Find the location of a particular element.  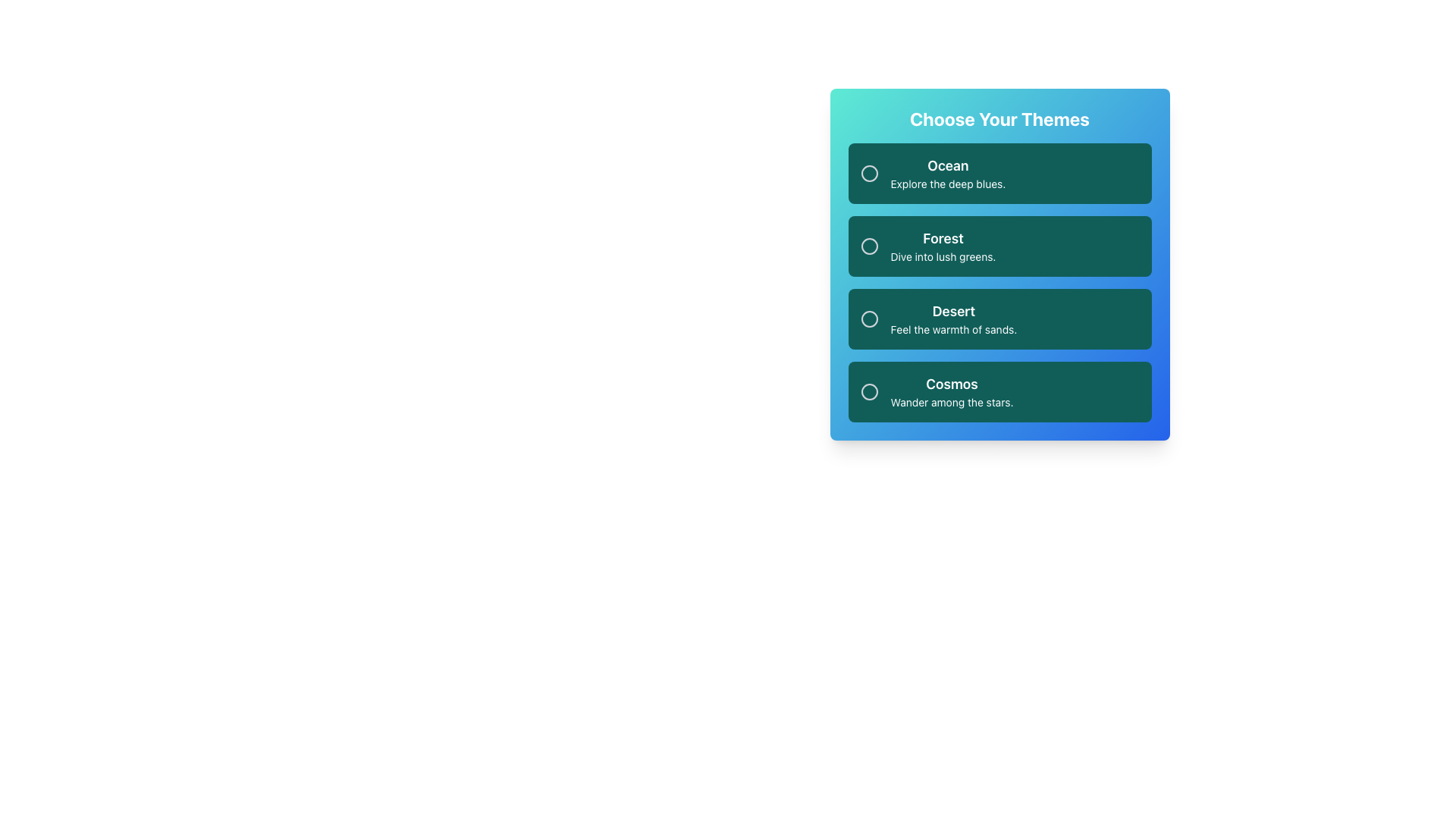

the hollow circle selectable indicator associated with the 'Cosmos - Wander among the stars' theme is located at coordinates (869, 391).